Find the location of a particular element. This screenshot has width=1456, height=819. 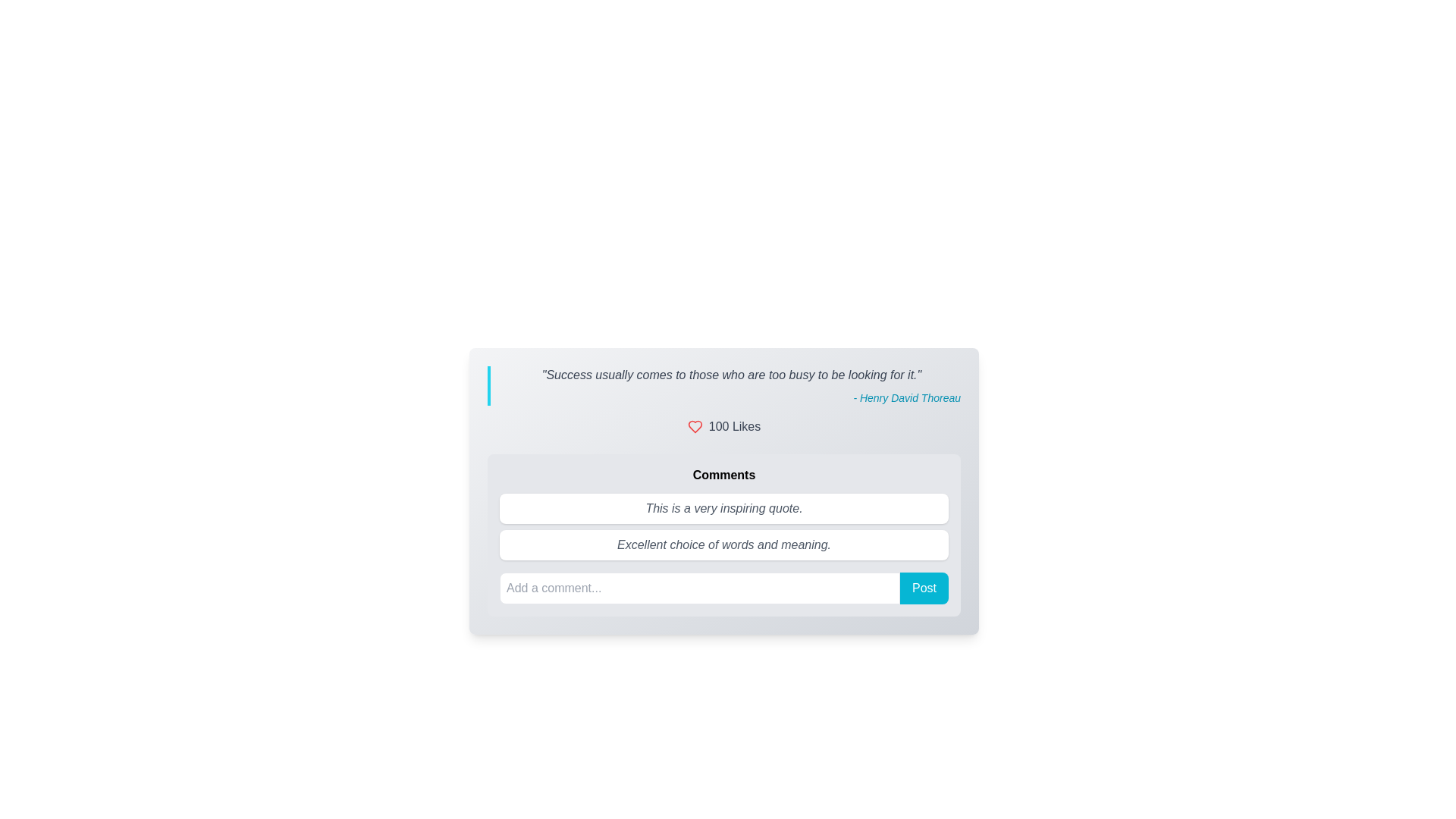

the text label displaying '100 Likes', which is styled in medium gray and is positioned to the right of a red heart icon is located at coordinates (735, 427).